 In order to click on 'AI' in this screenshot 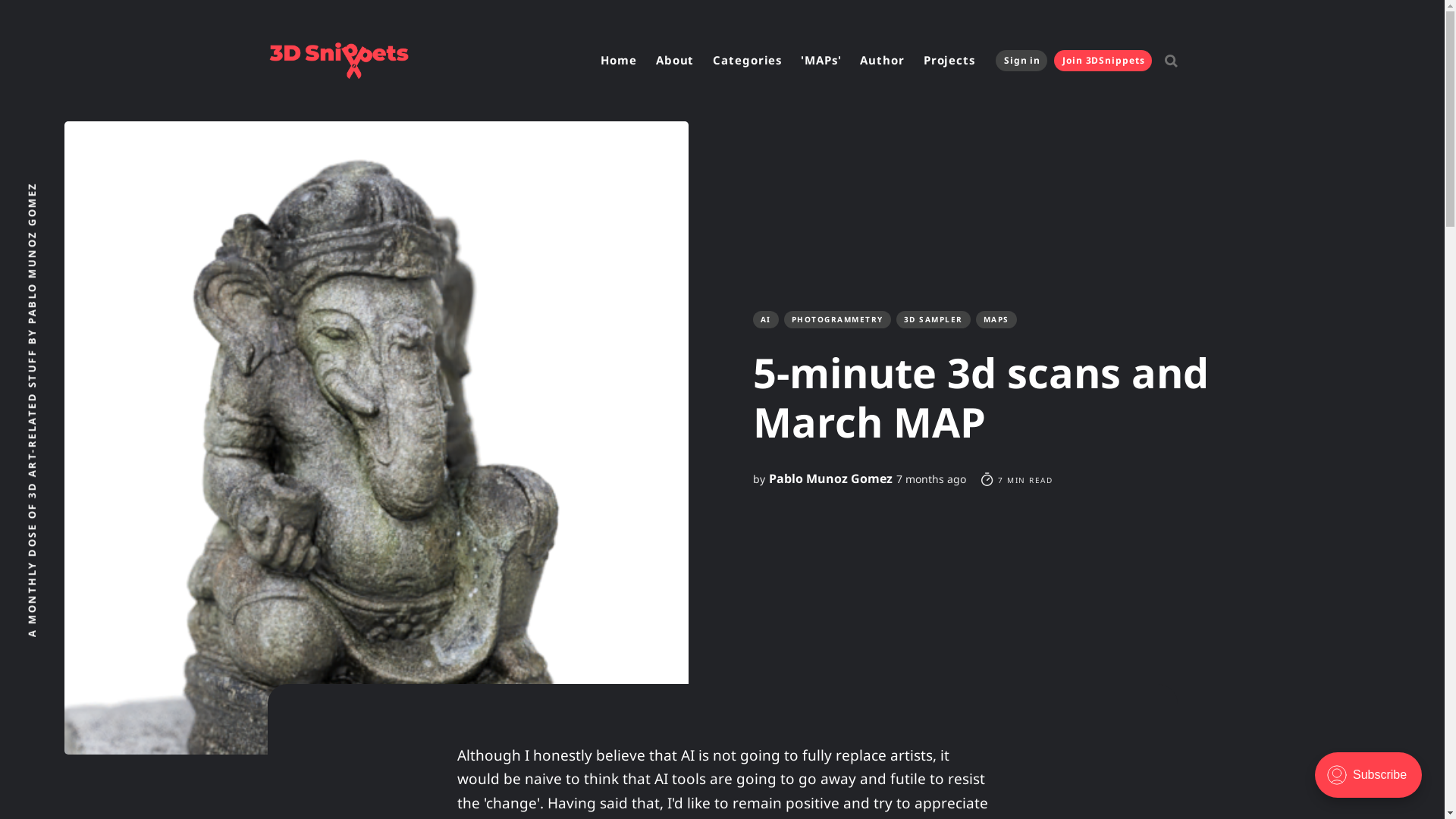, I will do `click(764, 318)`.